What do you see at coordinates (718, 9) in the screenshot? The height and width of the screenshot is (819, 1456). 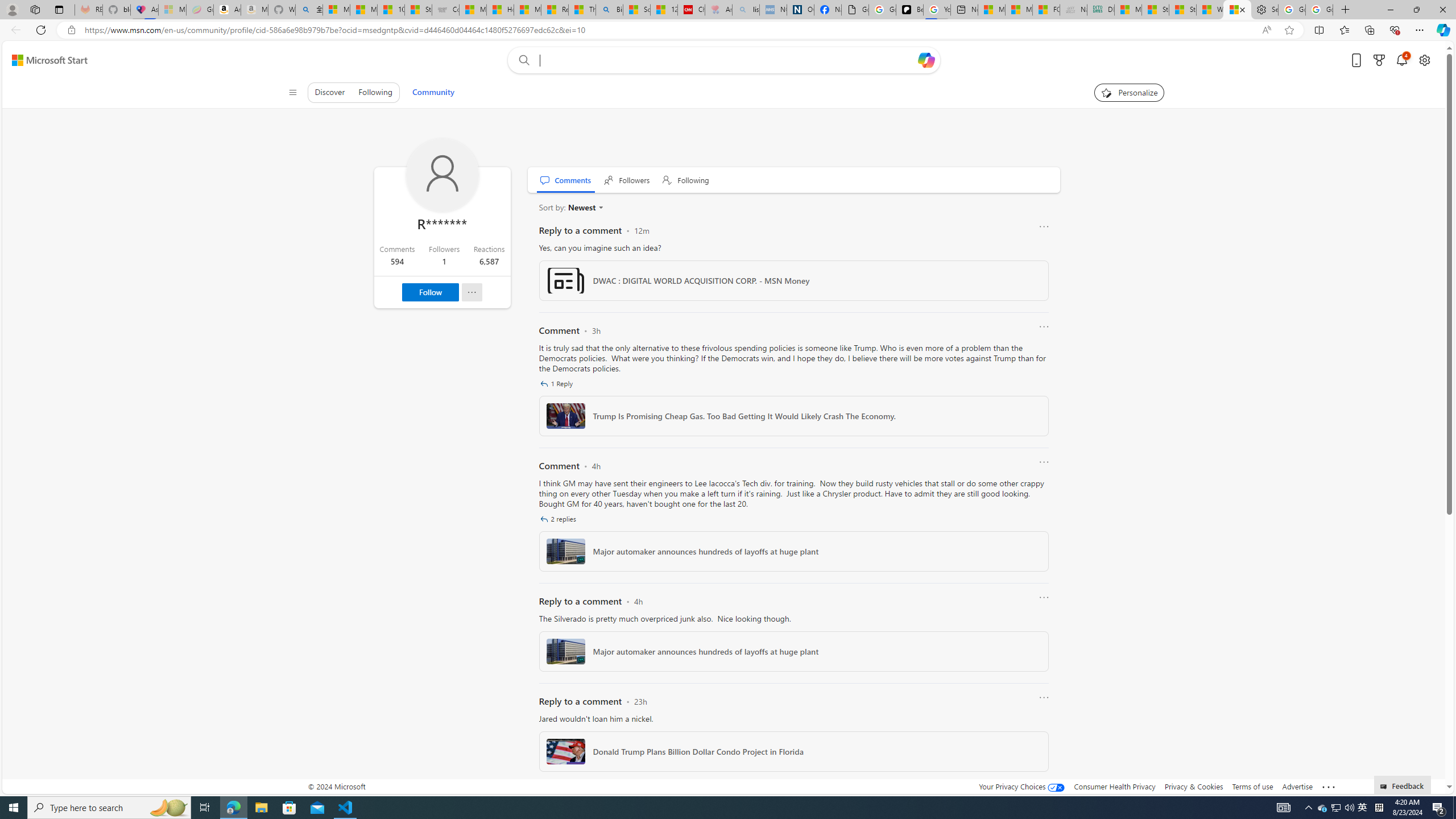 I see `'Arthritis: Ask Health Professionals - Sleeping'` at bounding box center [718, 9].